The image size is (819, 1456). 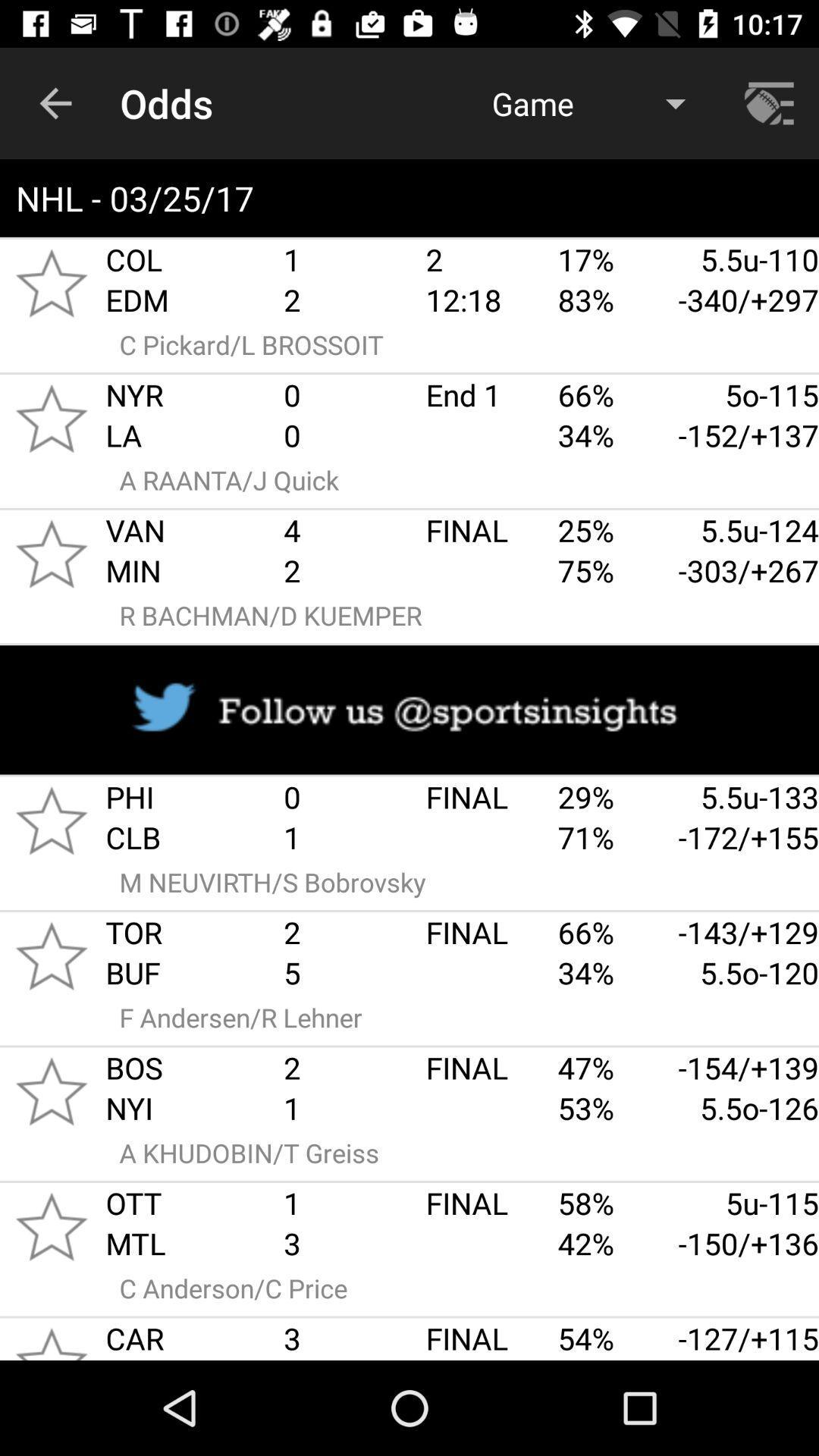 I want to click on favread, so click(x=51, y=1339).